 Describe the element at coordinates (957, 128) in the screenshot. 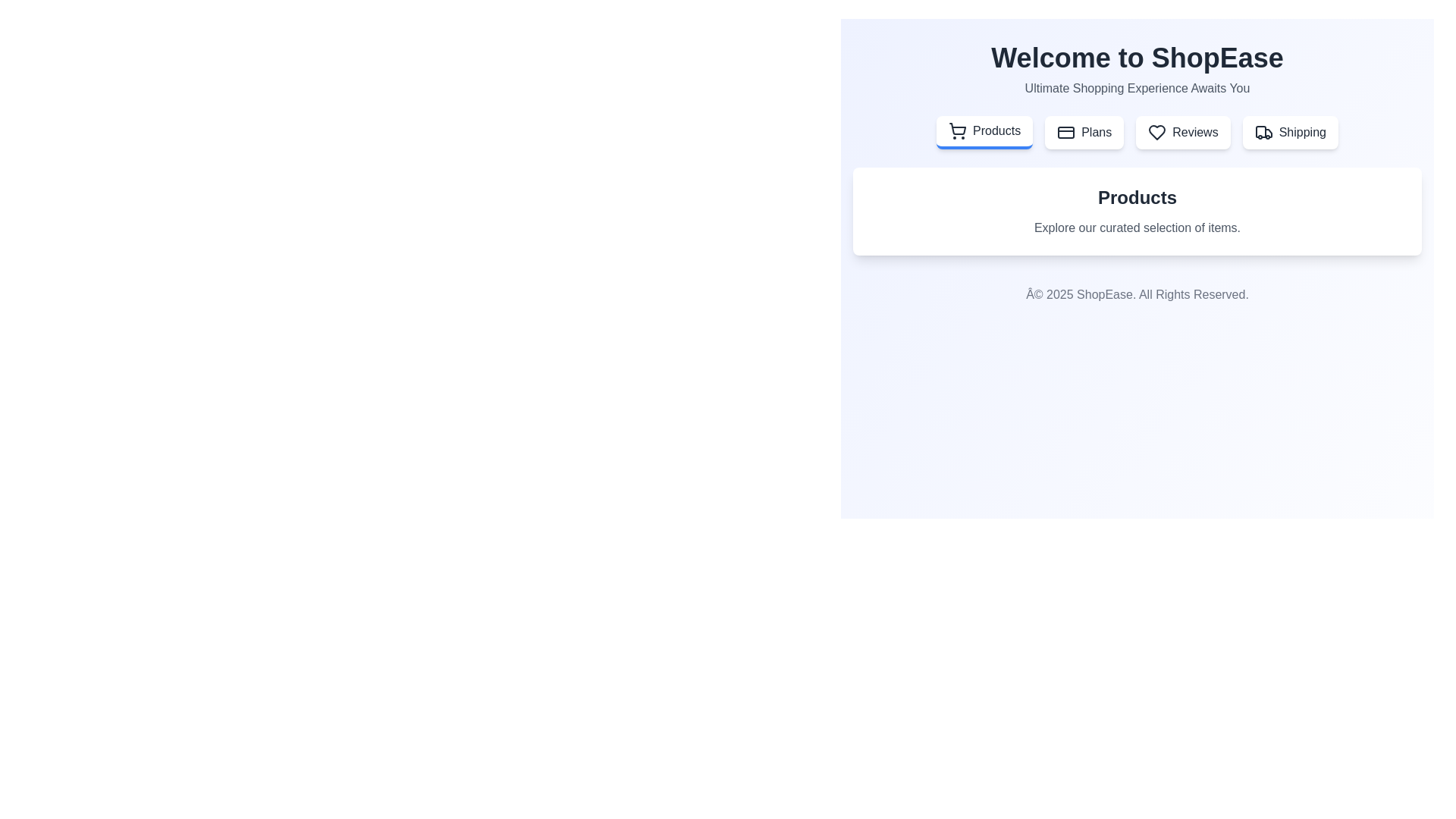

I see `the shopping cart icon located in the navigation bar, which represents the basket part of the cart functionality` at that location.